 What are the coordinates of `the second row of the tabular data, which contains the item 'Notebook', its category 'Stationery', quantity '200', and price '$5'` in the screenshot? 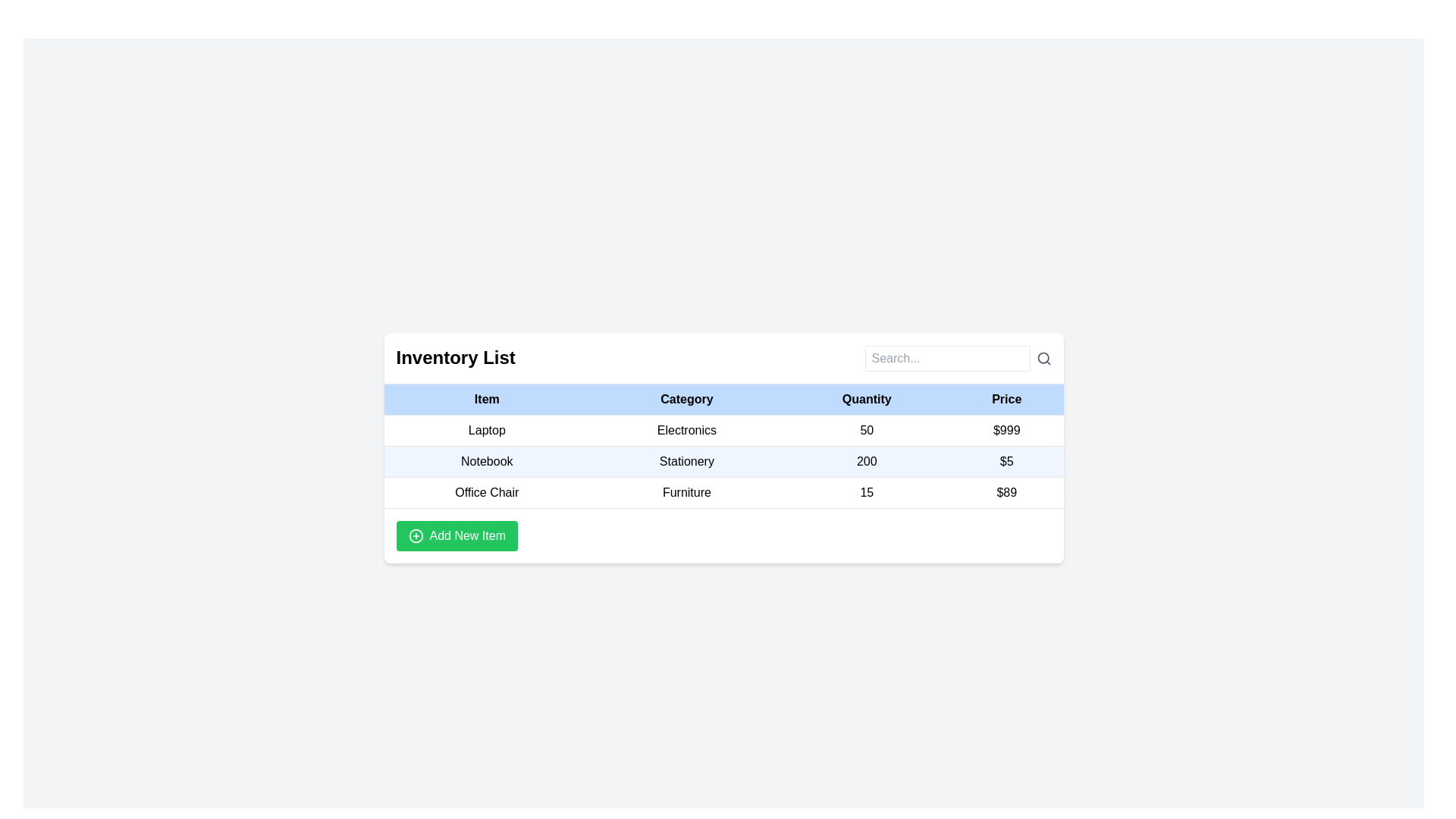 It's located at (723, 460).